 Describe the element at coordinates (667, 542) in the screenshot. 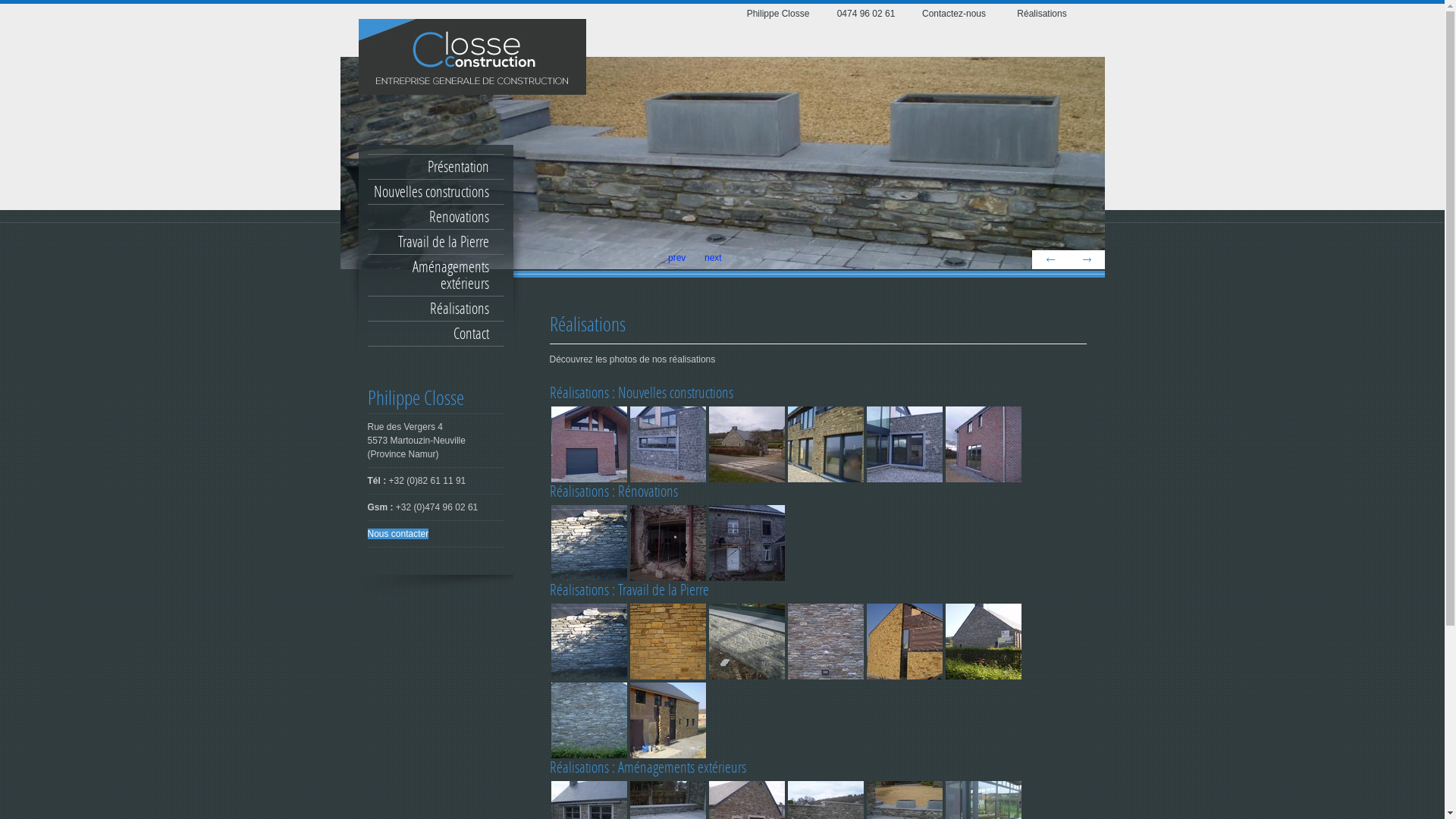

I see `'OLYMPUS DIGITAL CAMERA         '` at that location.